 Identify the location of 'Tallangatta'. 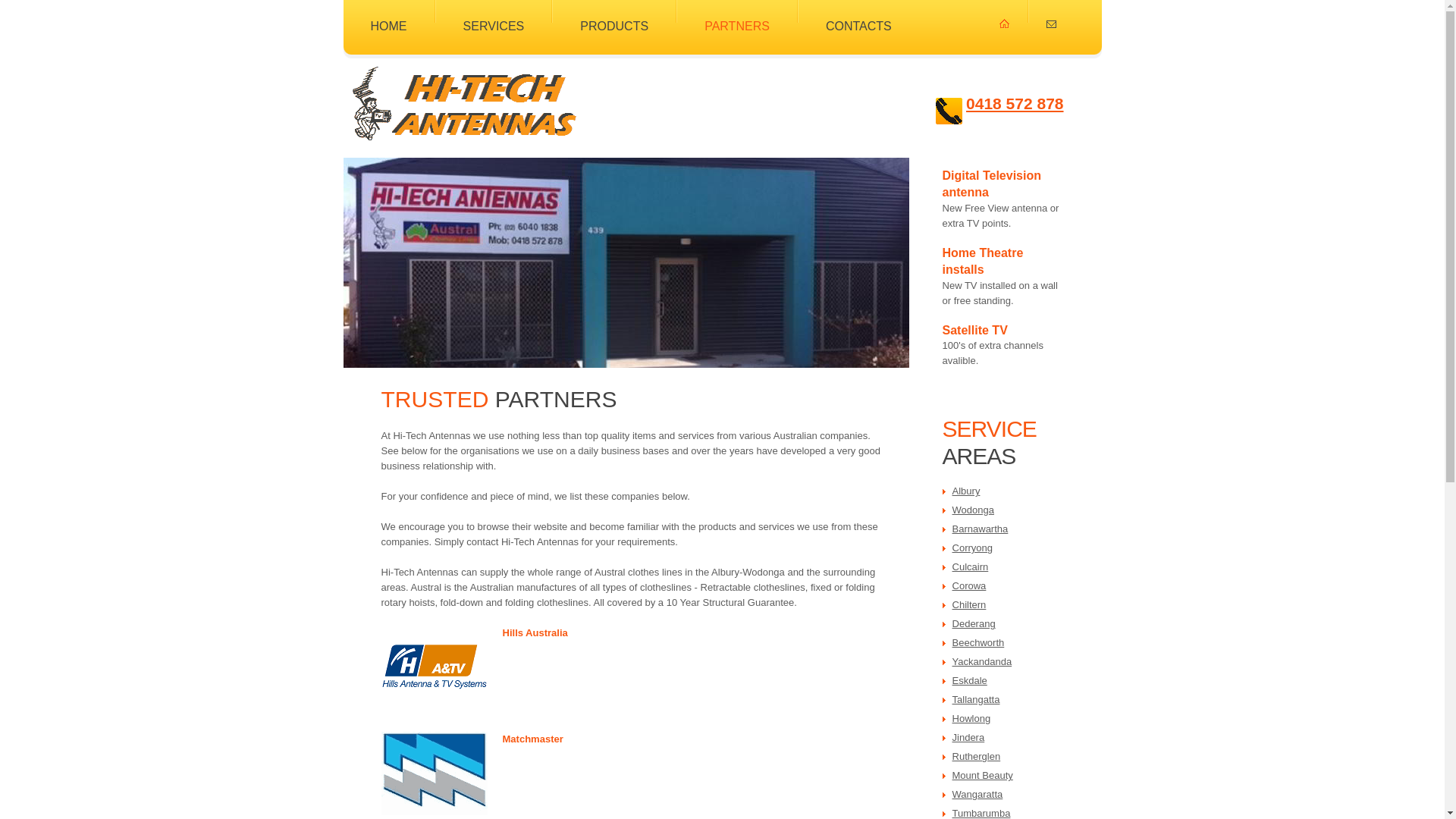
(976, 699).